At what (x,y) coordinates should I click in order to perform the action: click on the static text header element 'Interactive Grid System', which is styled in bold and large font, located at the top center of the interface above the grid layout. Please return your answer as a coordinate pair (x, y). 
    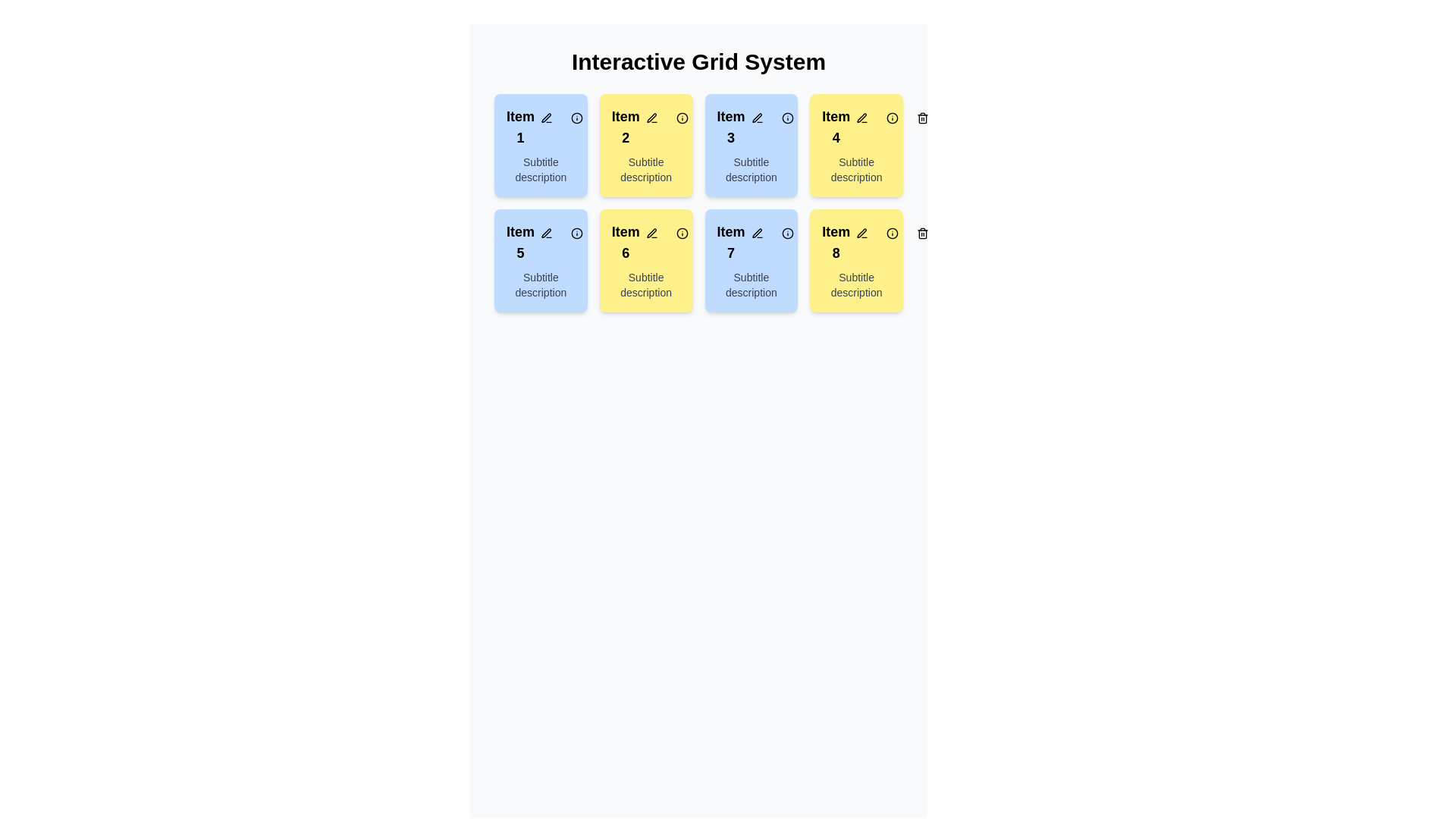
    Looking at the image, I should click on (698, 61).